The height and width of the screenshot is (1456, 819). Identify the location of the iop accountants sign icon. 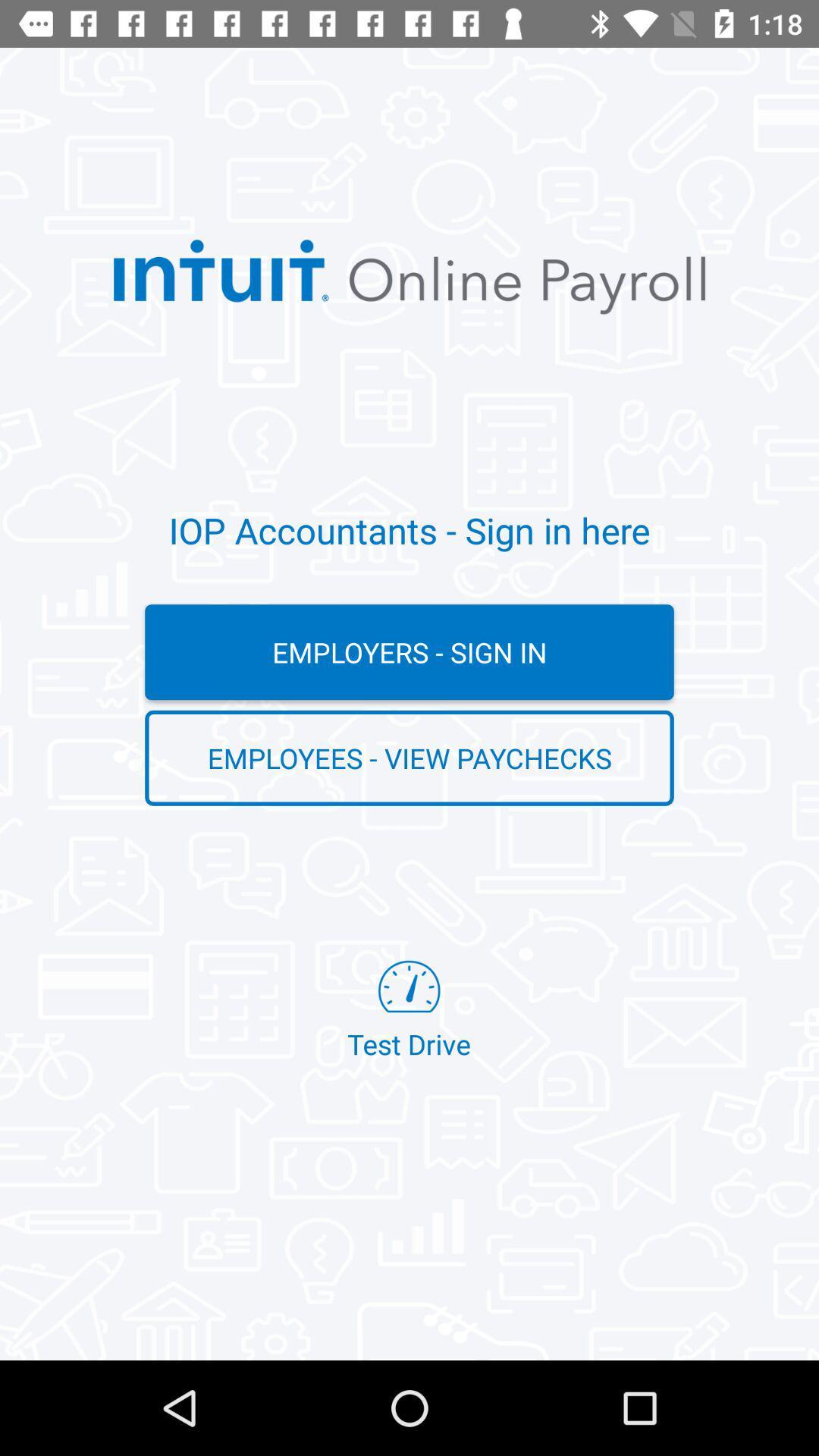
(409, 530).